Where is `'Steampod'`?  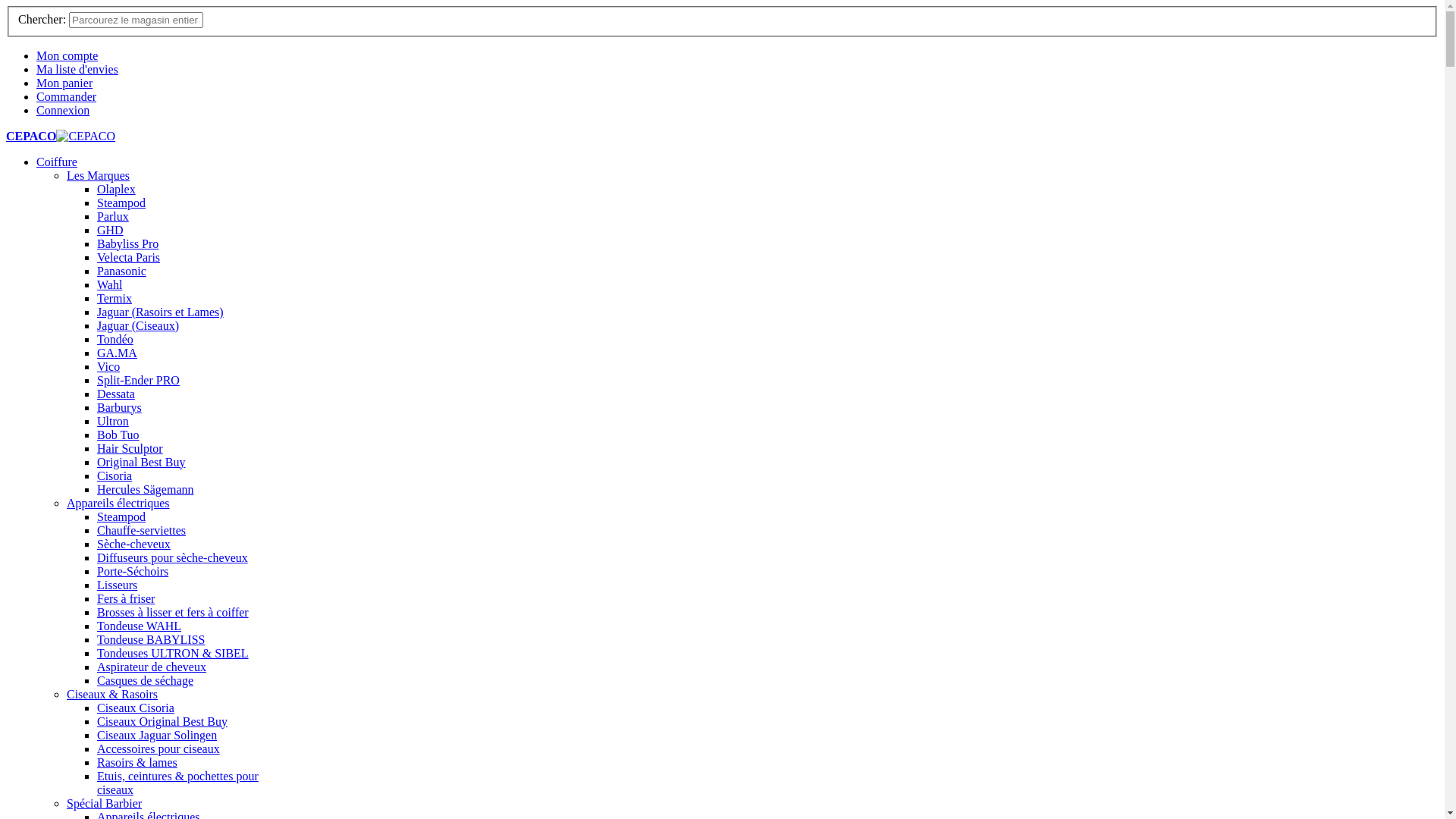
'Steampod' is located at coordinates (120, 202).